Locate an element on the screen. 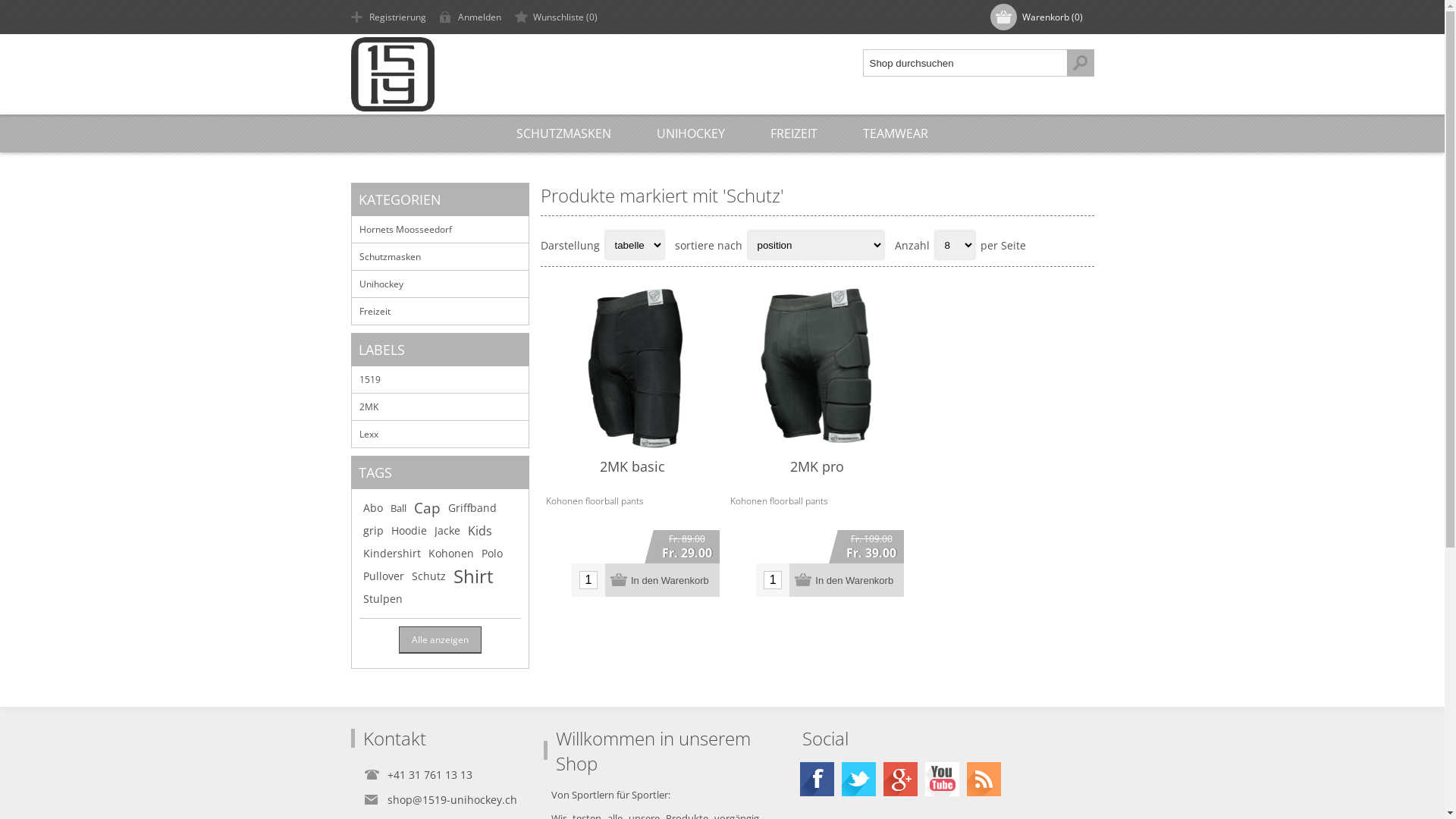  'Lexx' is located at coordinates (439, 433).